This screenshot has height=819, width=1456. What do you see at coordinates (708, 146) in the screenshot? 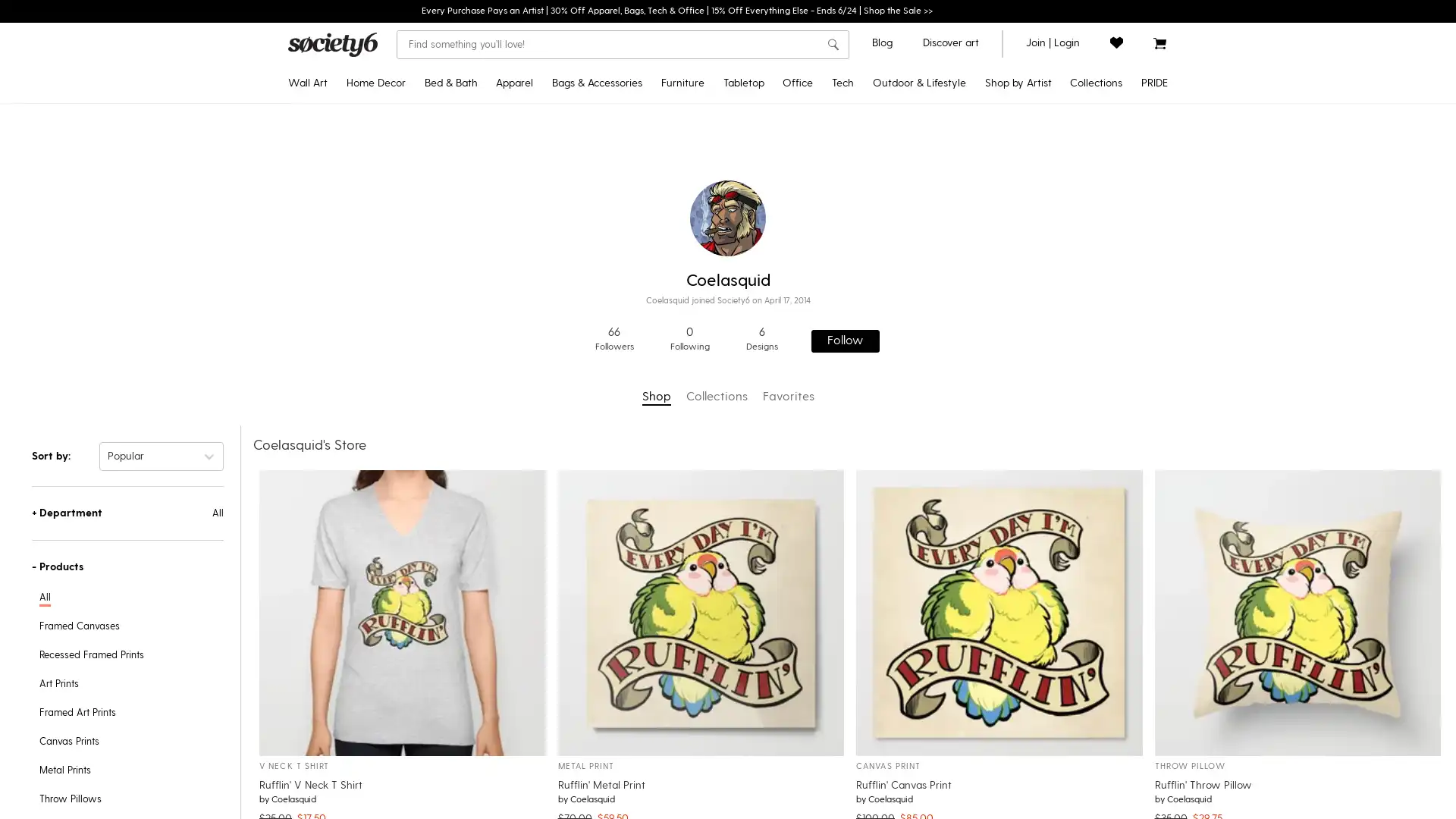
I see `Benches` at bounding box center [708, 146].